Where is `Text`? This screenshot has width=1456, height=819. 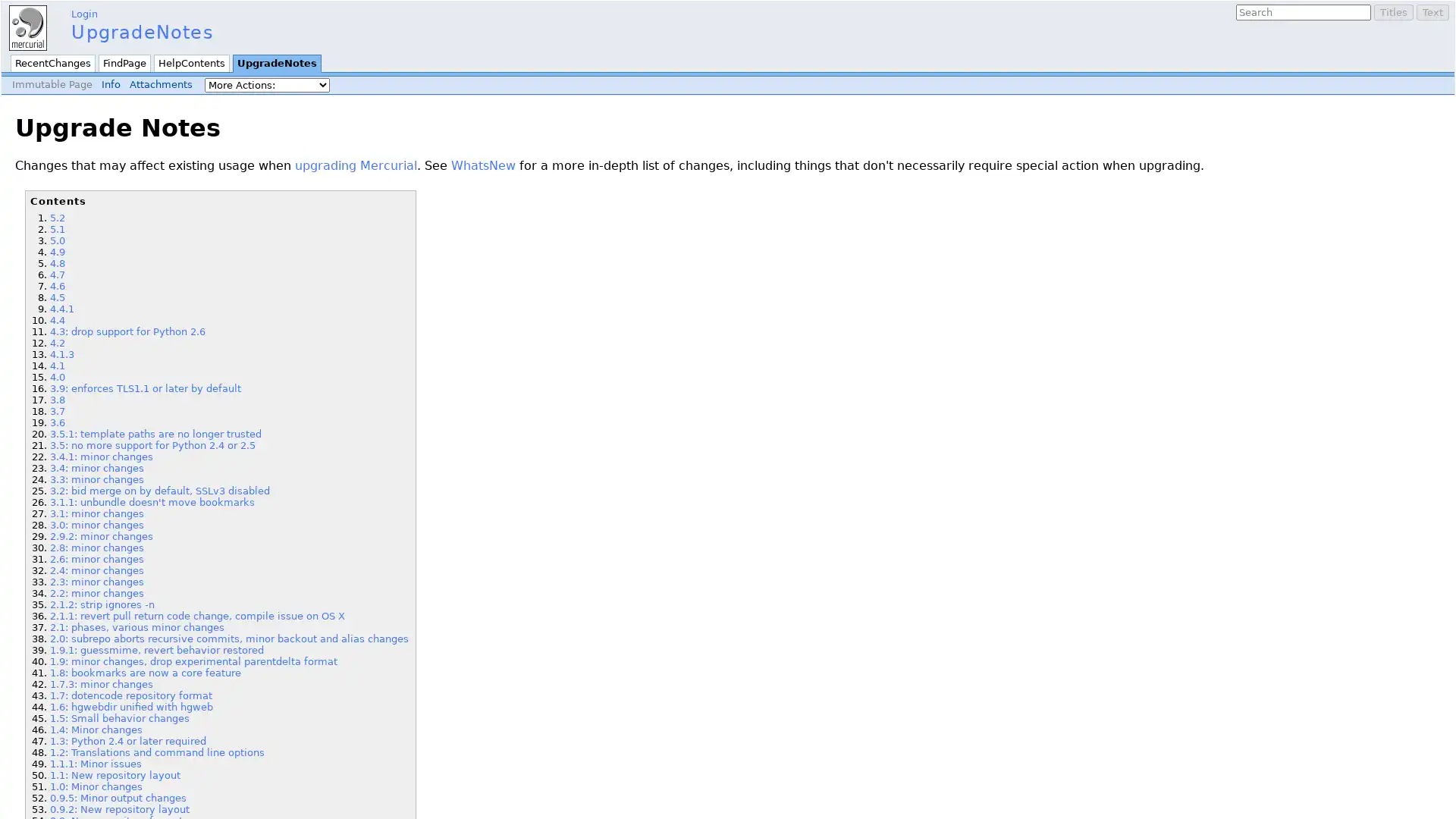
Text is located at coordinates (1432, 12).